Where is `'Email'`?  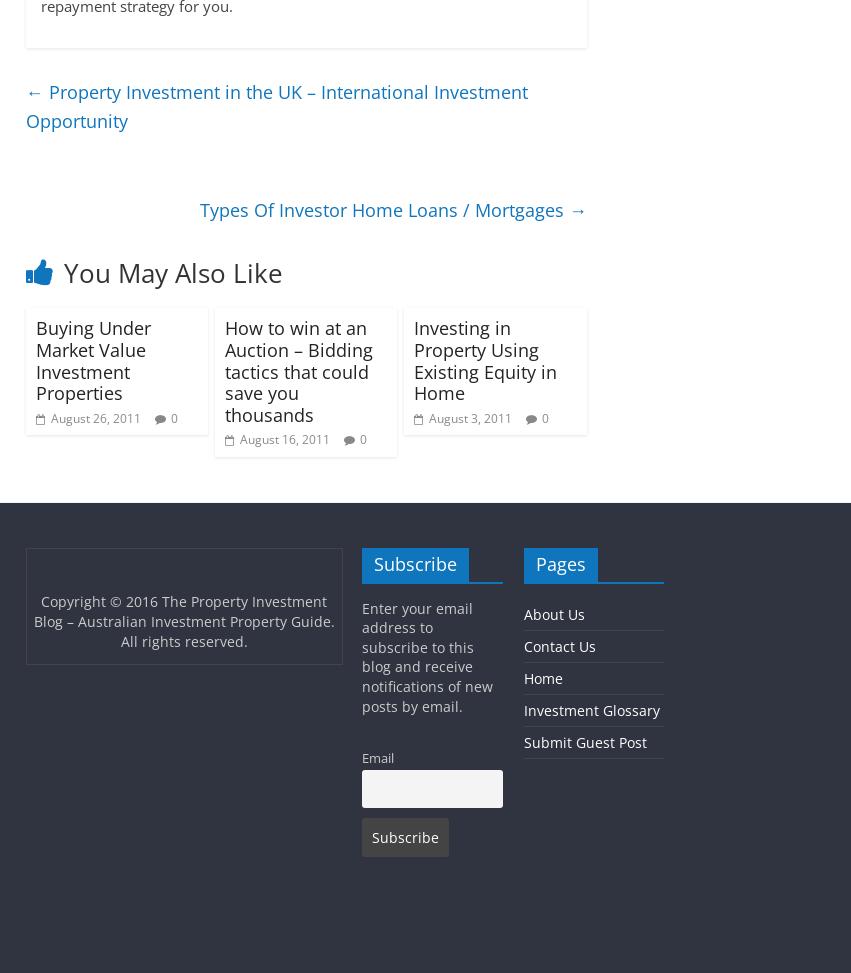 'Email' is located at coordinates (378, 757).